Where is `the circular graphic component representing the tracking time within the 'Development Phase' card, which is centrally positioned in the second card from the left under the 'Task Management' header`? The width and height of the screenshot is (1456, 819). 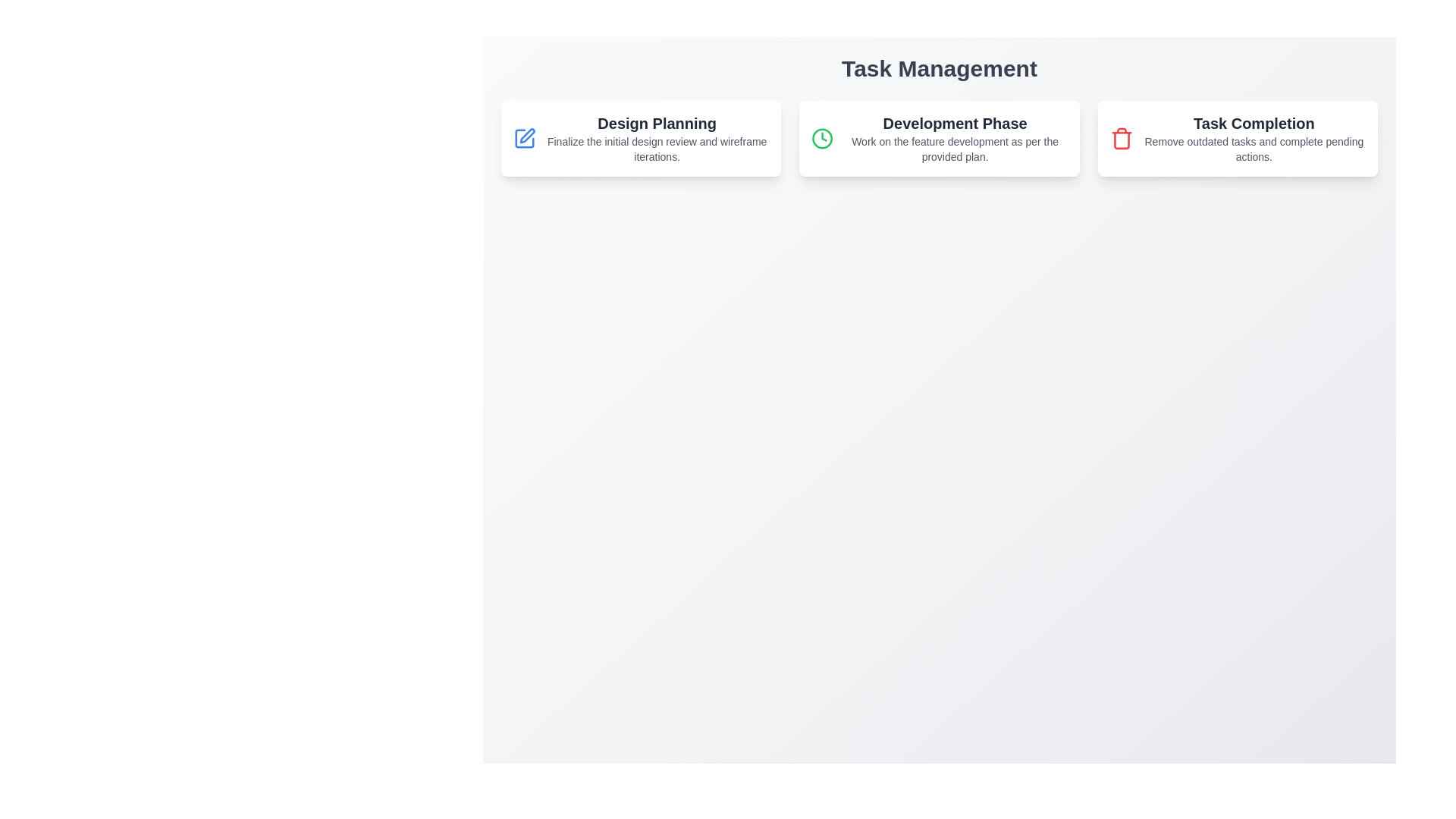 the circular graphic component representing the tracking time within the 'Development Phase' card, which is centrally positioned in the second card from the left under the 'Task Management' header is located at coordinates (821, 138).